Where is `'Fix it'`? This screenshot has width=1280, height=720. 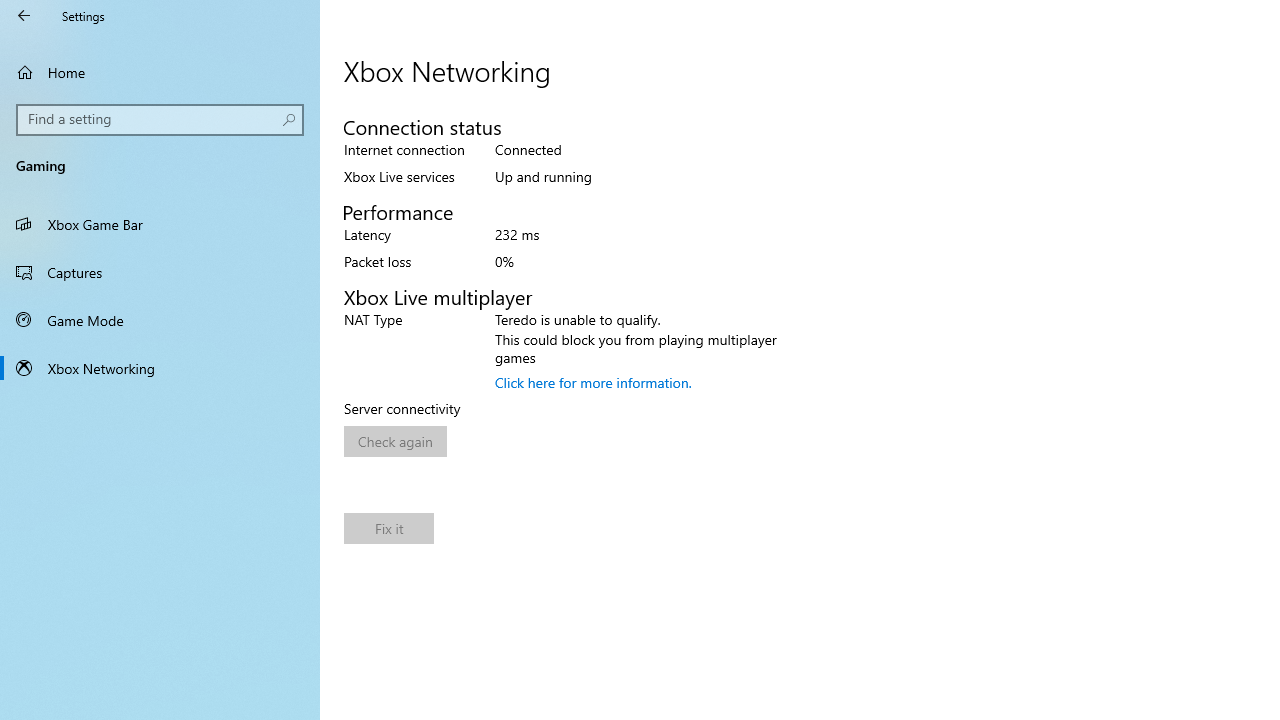
'Fix it' is located at coordinates (389, 527).